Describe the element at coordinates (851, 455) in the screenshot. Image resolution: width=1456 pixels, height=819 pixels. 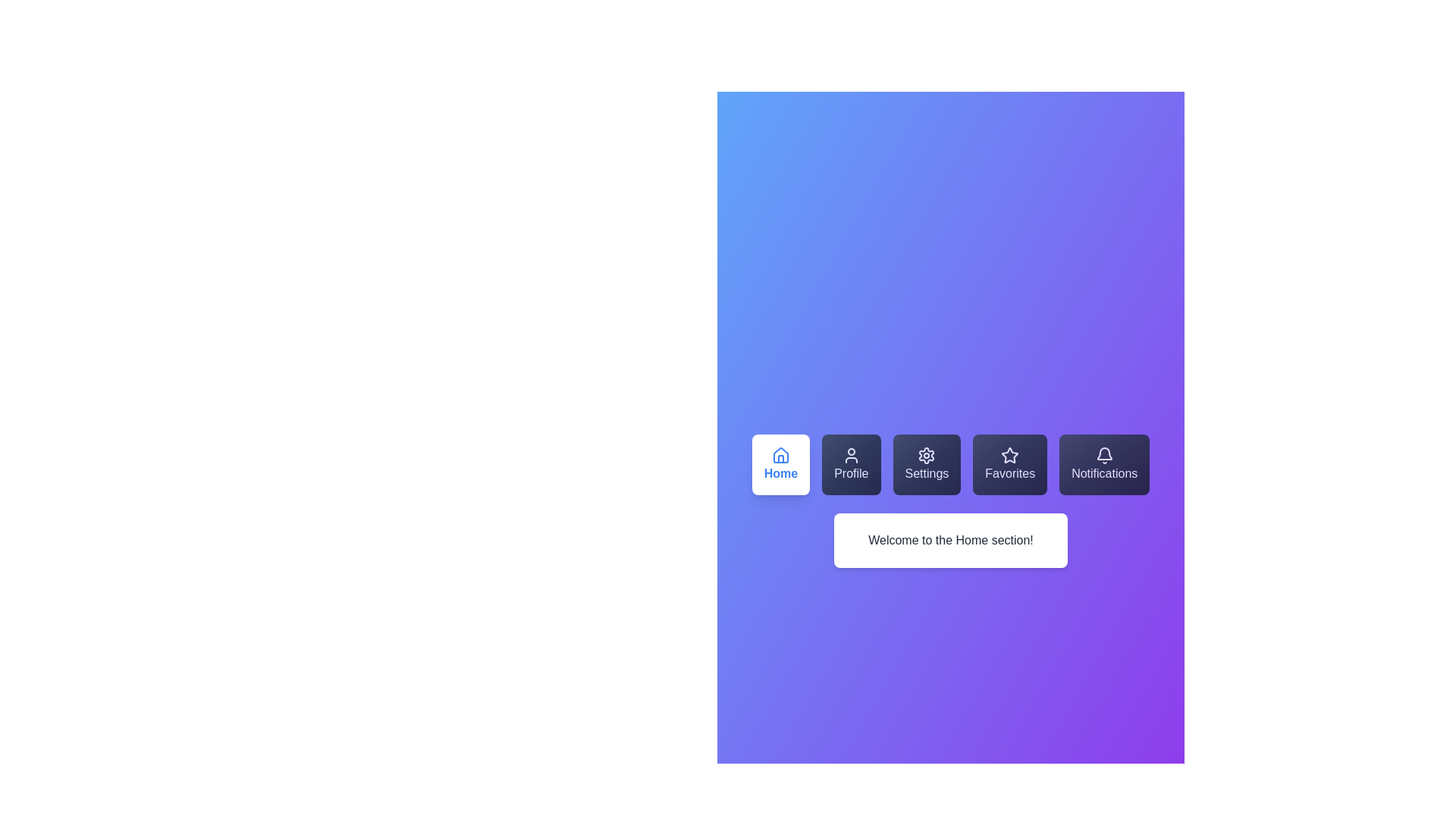
I see `the user icon, which is a circular outline of a head and torso in white, located within the 'Profile' button, the second button in the horizontal navigation row at the top of the application interface` at that location.